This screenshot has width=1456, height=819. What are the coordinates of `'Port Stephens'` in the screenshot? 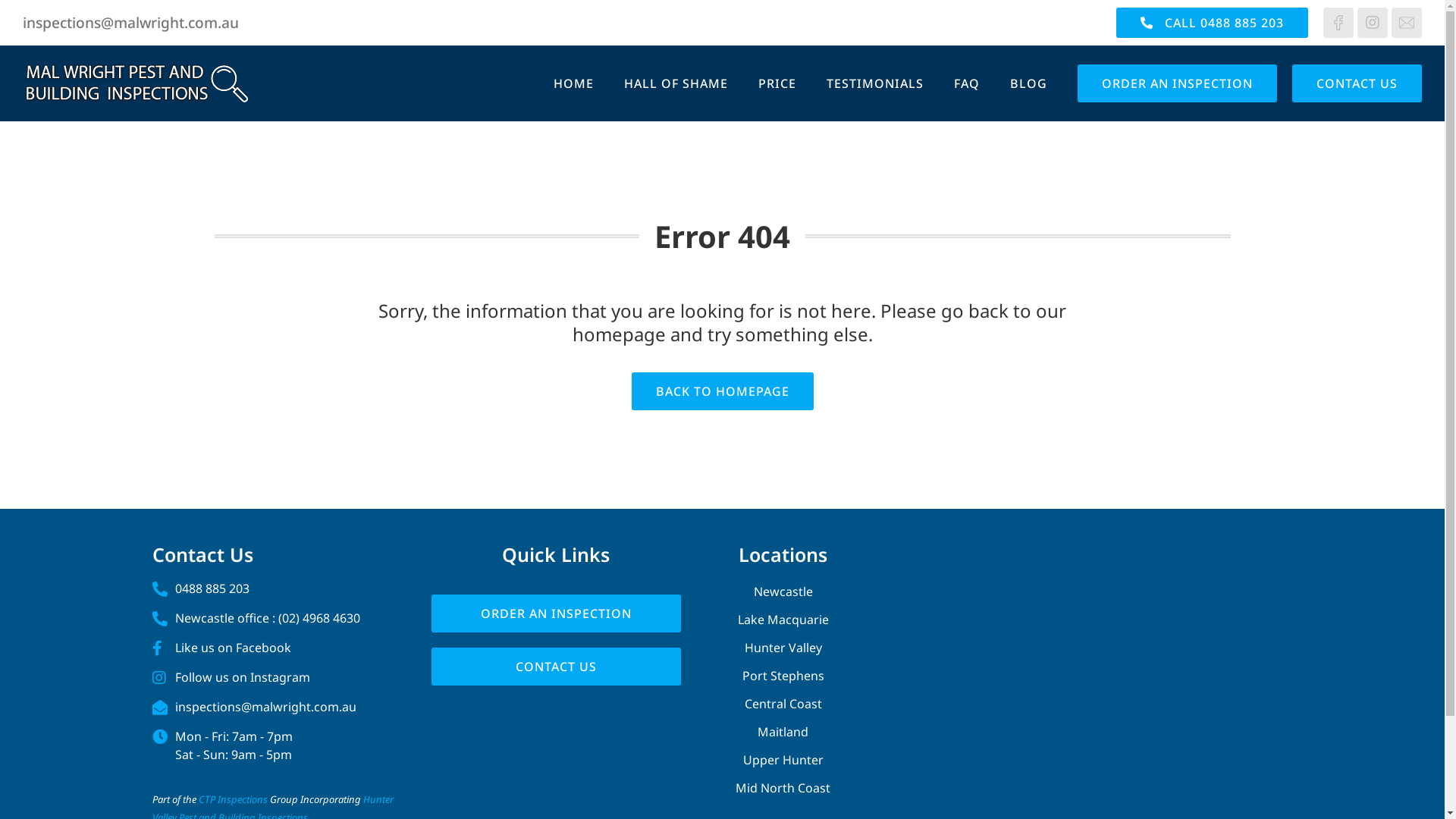 It's located at (710, 675).